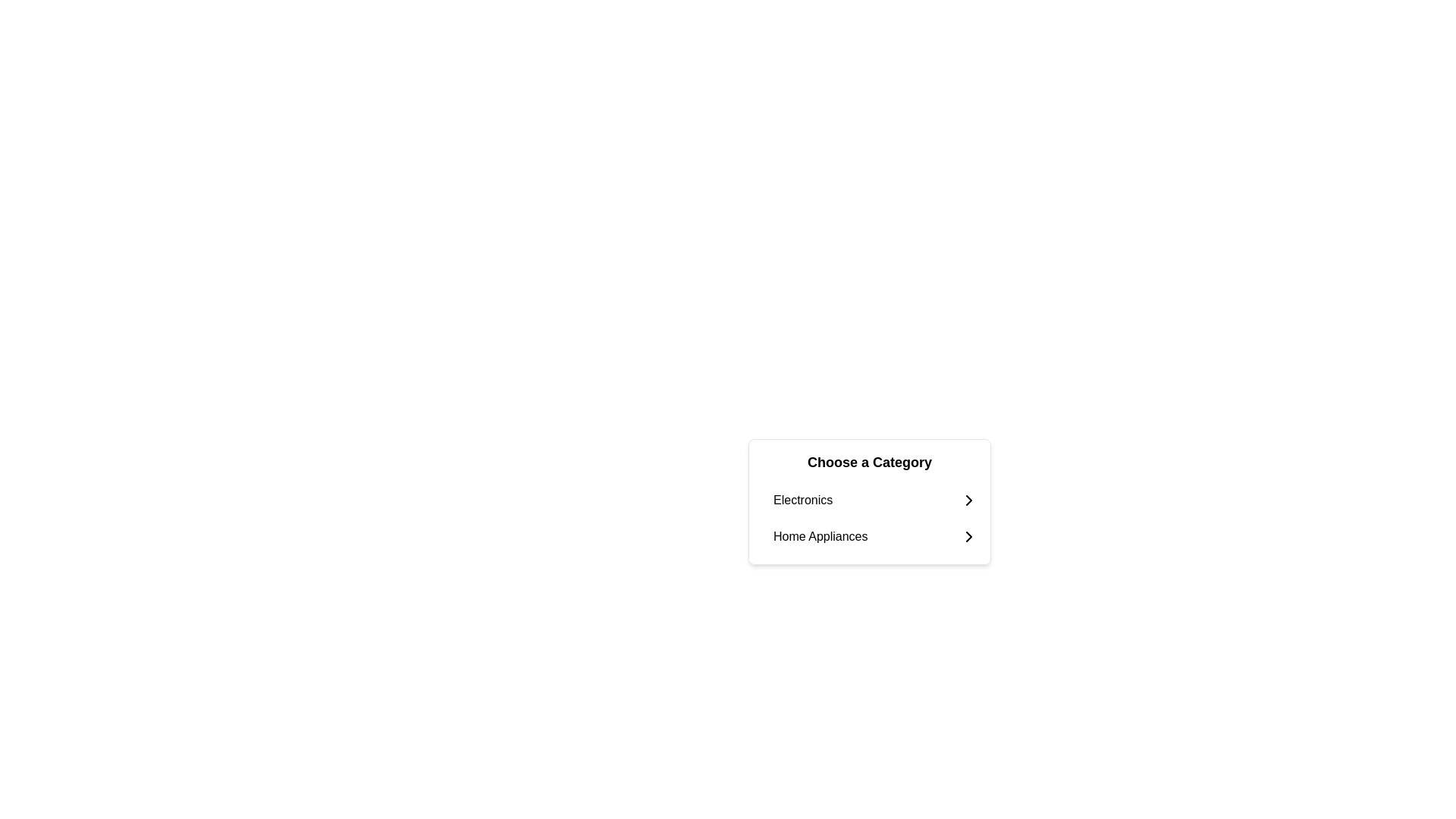 This screenshot has height=819, width=1456. Describe the element at coordinates (968, 536) in the screenshot. I see `the chevron right icon, which is a black arrow styled with a simple stroke, located to the far right of the 'Home Appliances' text in the category selection interface` at that location.